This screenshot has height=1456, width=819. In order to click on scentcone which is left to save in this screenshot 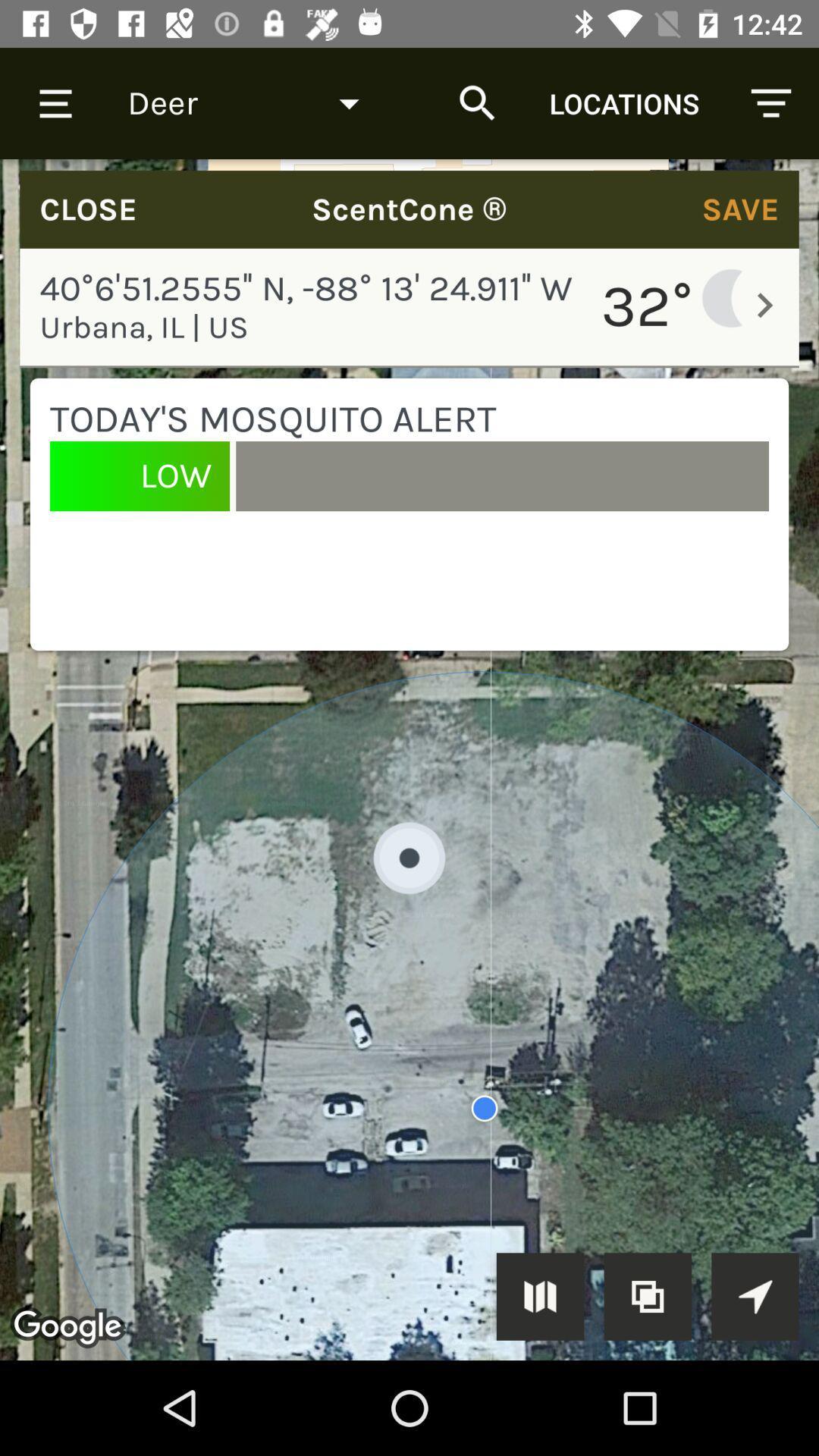, I will do `click(409, 209)`.